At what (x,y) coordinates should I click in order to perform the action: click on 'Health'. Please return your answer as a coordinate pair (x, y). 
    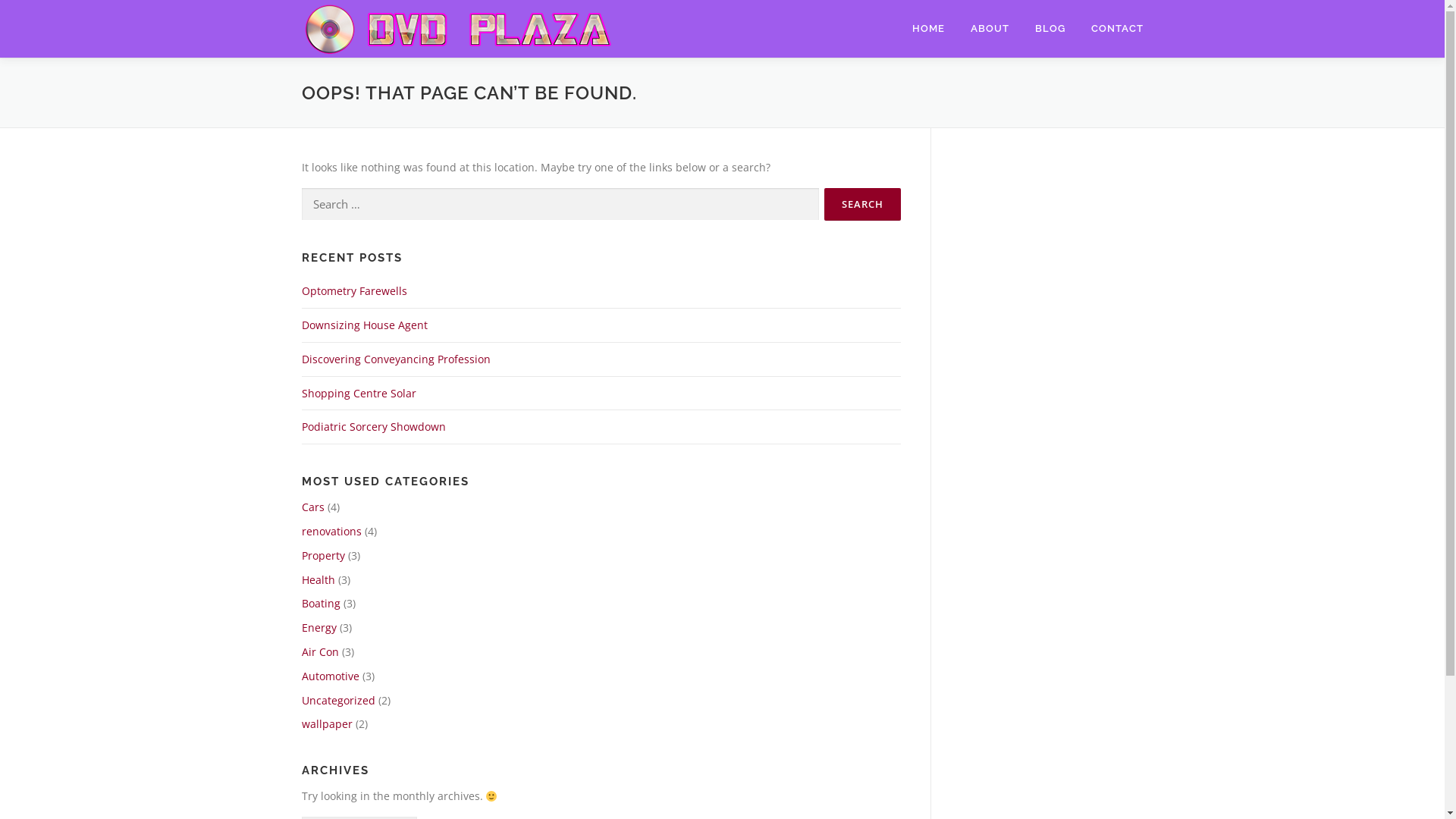
    Looking at the image, I should click on (318, 579).